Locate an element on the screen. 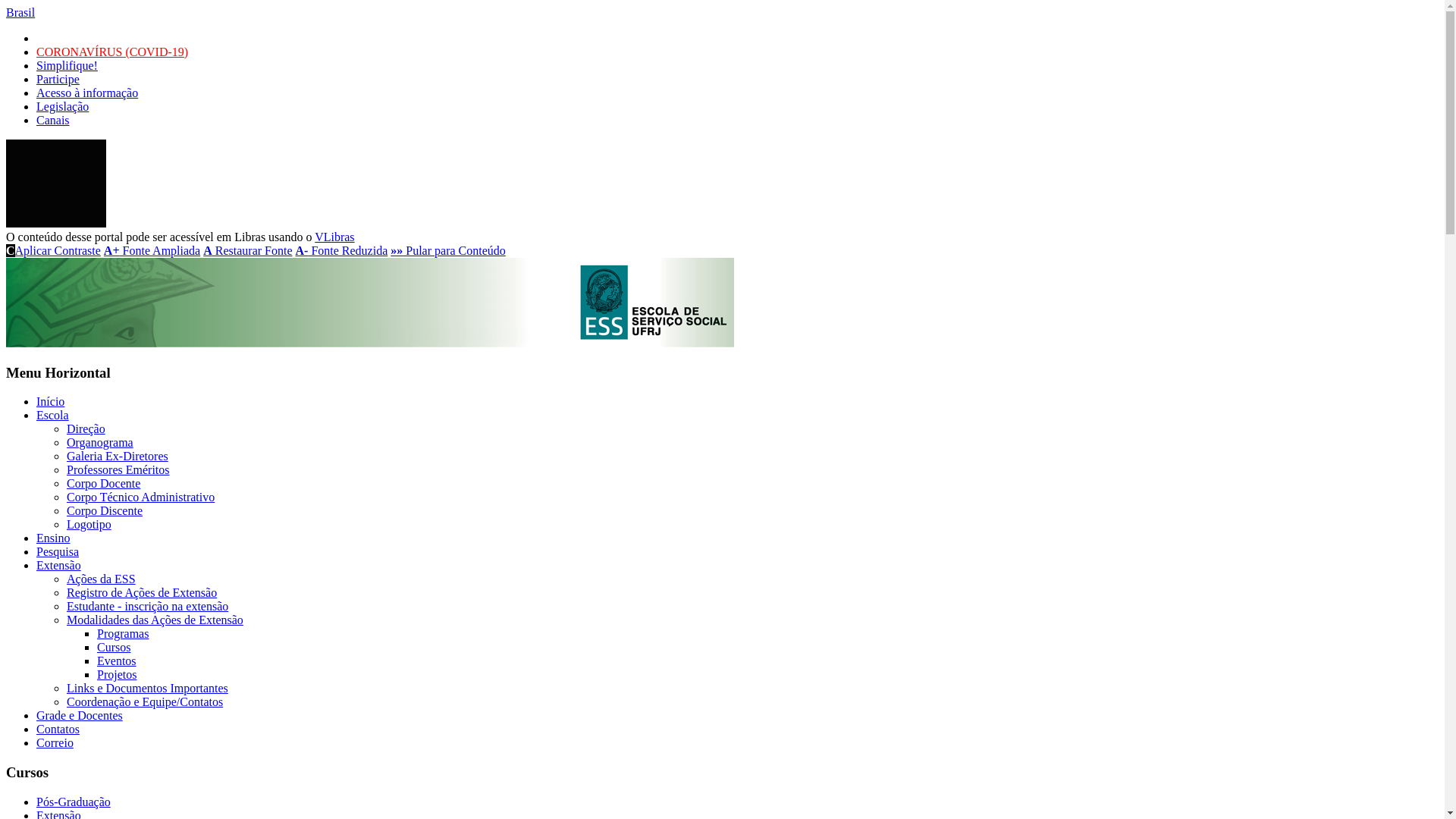 This screenshot has height=819, width=1456. 'Canais' is located at coordinates (53, 119).